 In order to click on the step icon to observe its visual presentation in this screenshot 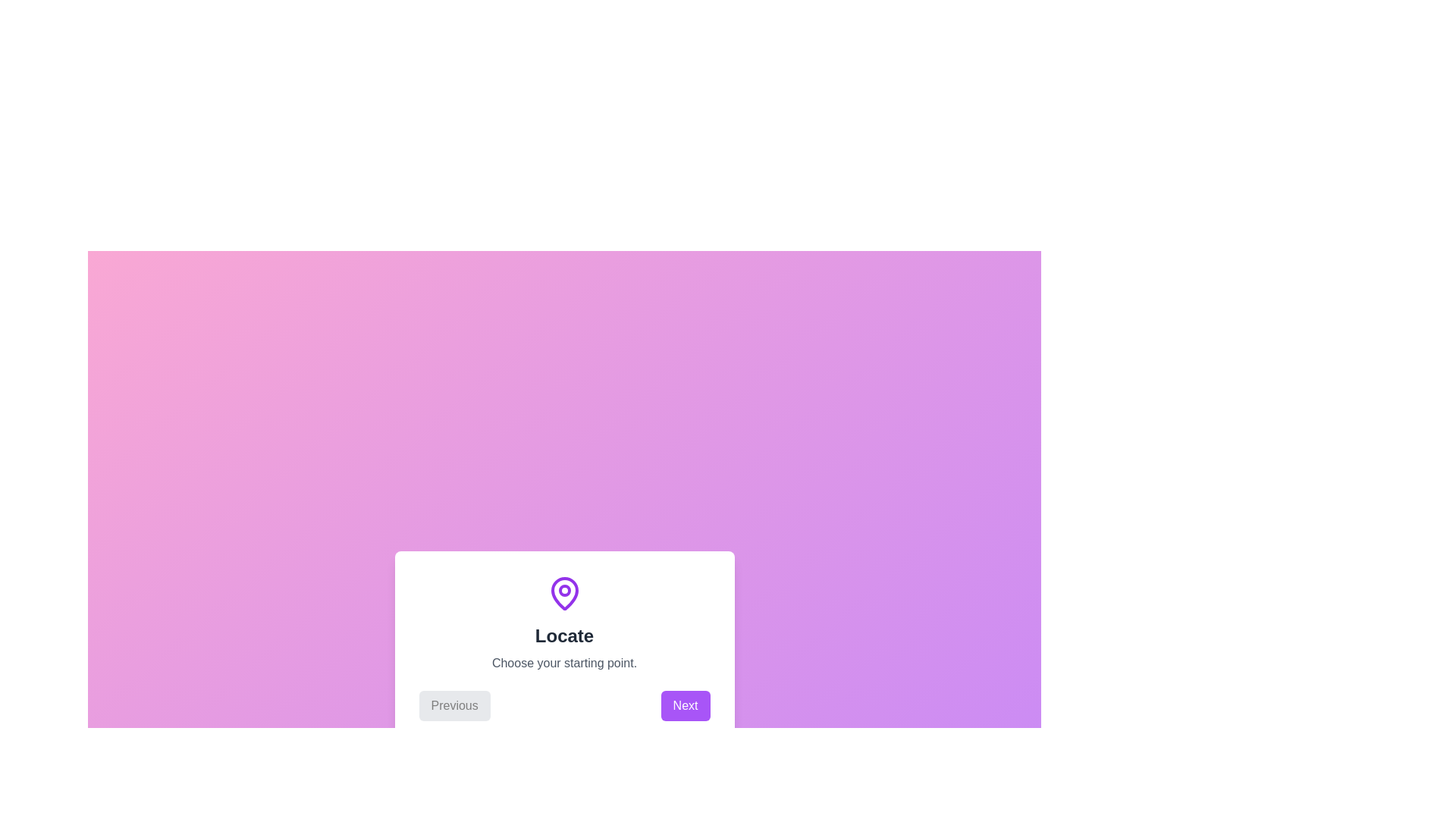, I will do `click(563, 593)`.